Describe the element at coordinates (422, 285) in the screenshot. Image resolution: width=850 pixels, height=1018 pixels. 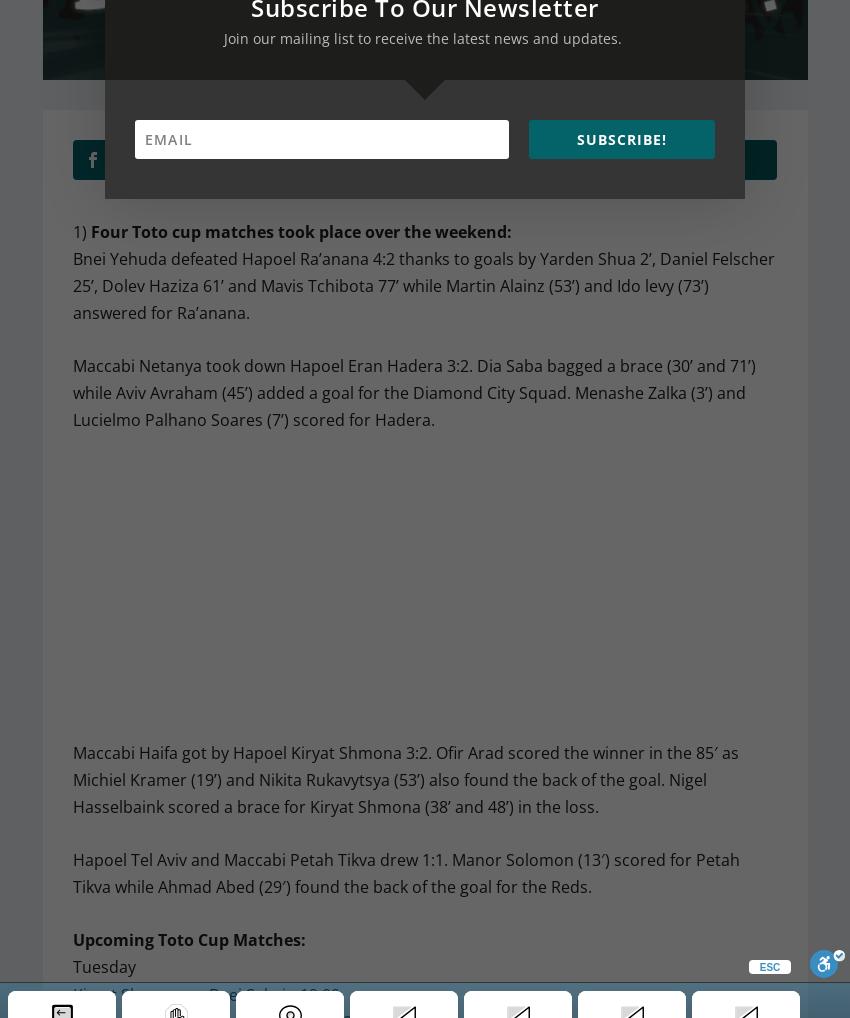
I see `'Bnei Yehuda defeated Hapoel Ra’anana 4:2 thanks to goals by Yarden Shua 2’, Daniel Felscher 25’, Dolev Haziza 61’ and Mavis Tchibota 77’ while Martin Alainz (53’) and Ido levy (73’) answered for Ra’anana.'` at that location.